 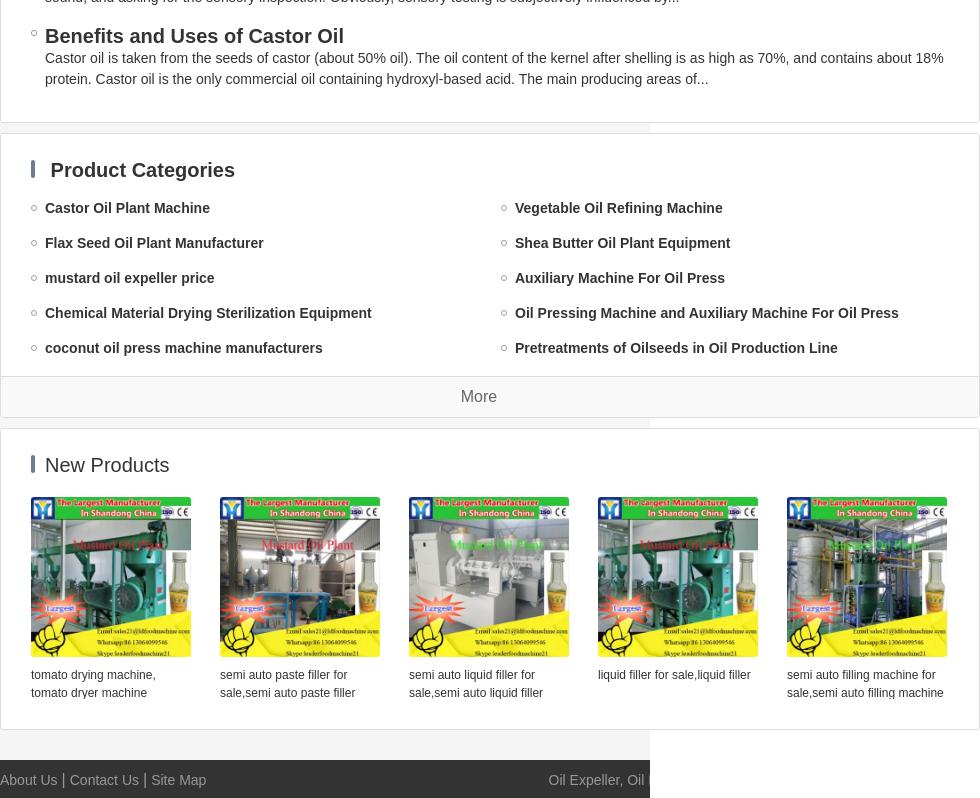 What do you see at coordinates (129, 278) in the screenshot?
I see `'mustard oil expeller price'` at bounding box center [129, 278].